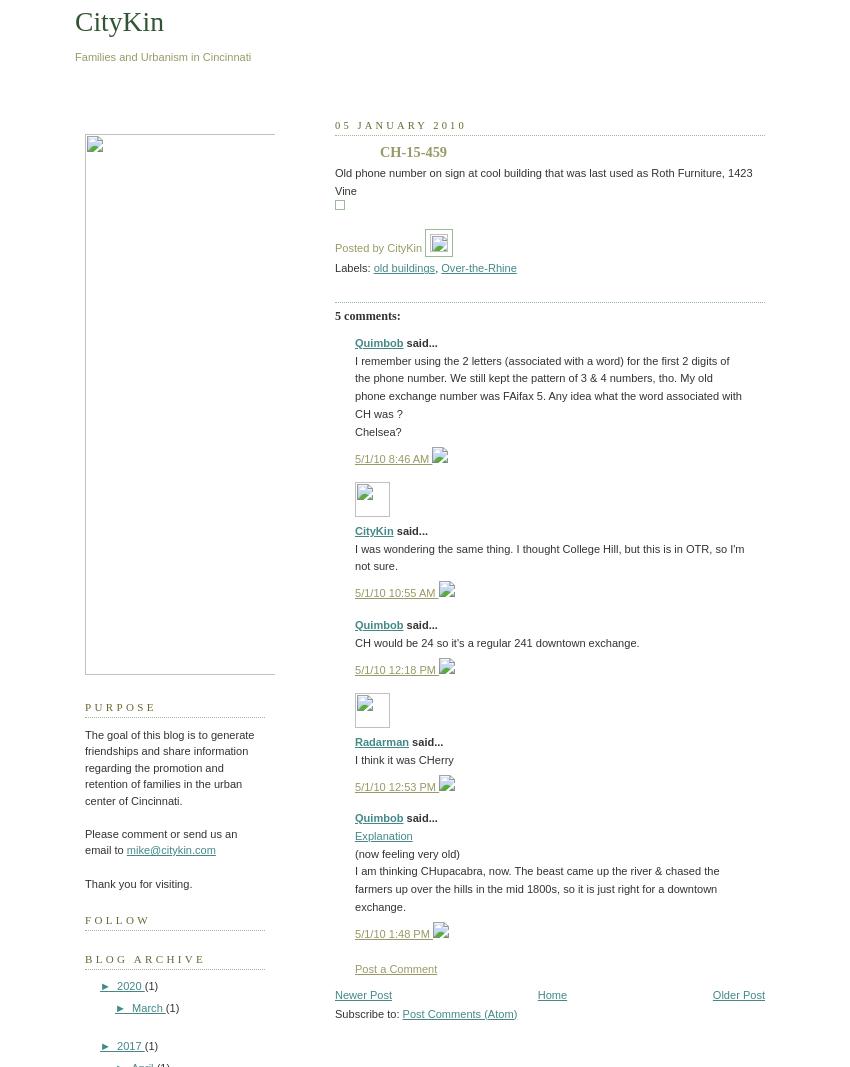  I want to click on 'Blog Archive', so click(145, 959).